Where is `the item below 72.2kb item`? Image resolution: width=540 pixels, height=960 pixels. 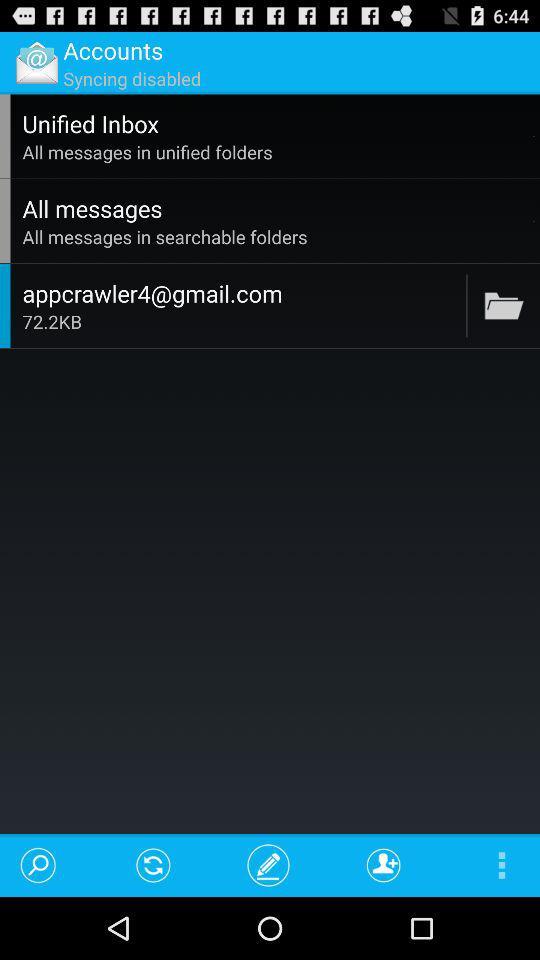
the item below 72.2kb item is located at coordinates (268, 864).